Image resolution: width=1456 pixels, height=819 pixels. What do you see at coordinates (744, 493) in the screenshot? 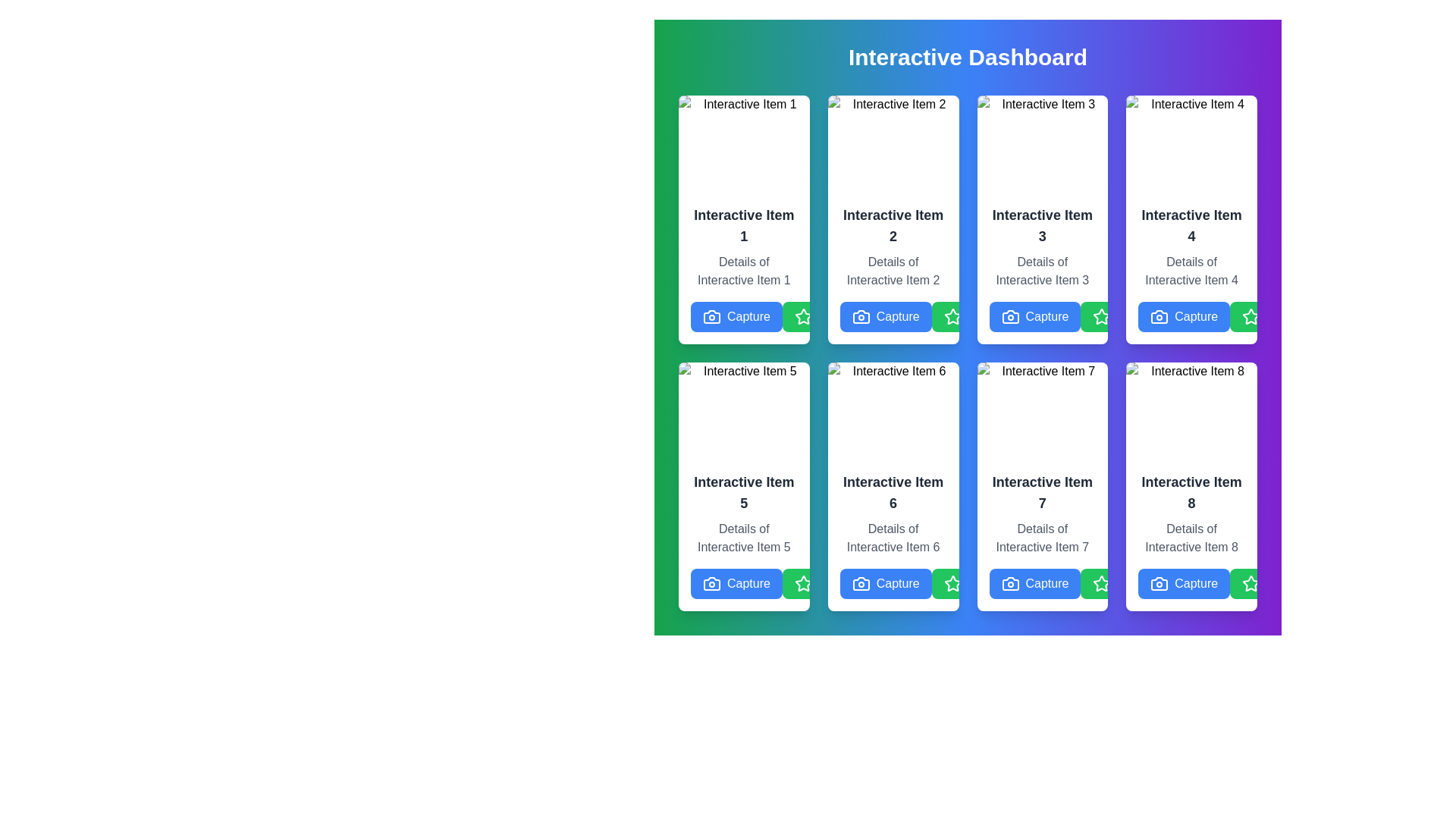
I see `the text label 'Interactive Item 5', which is a prominently displayed header in a larger bold dark gray font within the middle section of its containing card` at bounding box center [744, 493].